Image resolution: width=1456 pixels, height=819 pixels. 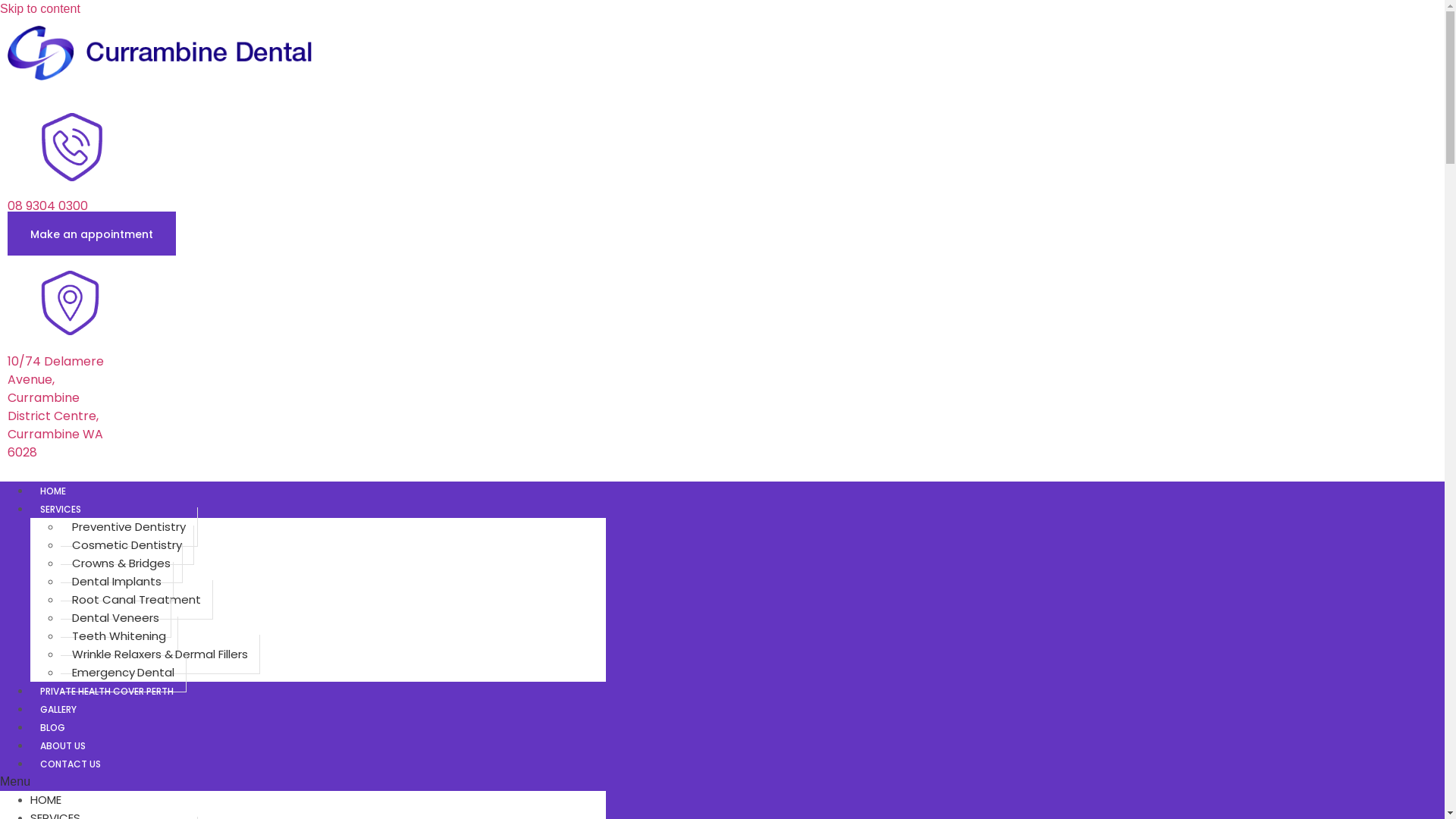 I want to click on 'Crowns & Bridges', so click(x=121, y=563).